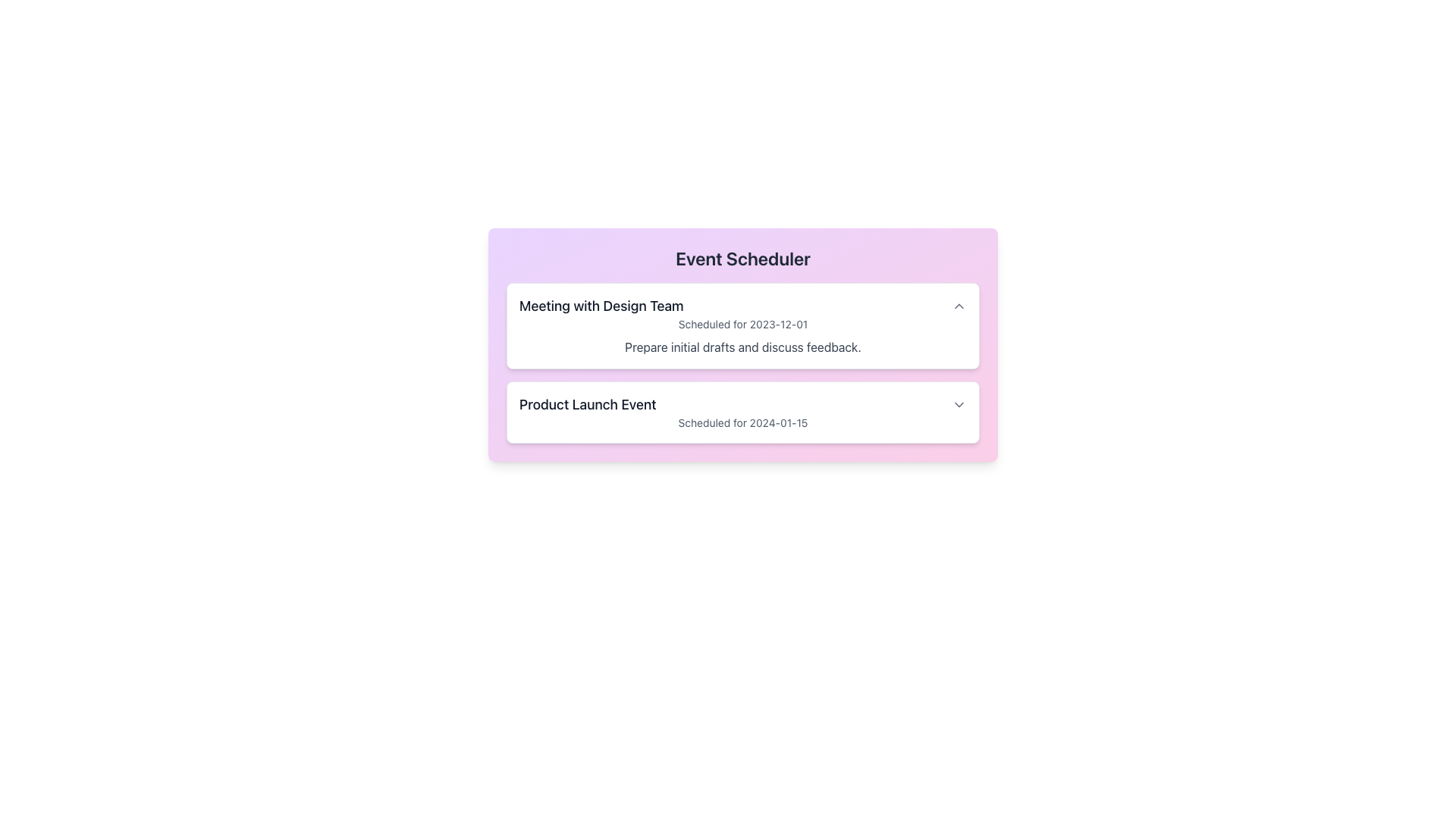 The image size is (1456, 819). Describe the element at coordinates (601, 306) in the screenshot. I see `text label that says 'Meeting with Design Team', which is prominently displayed in bold black on a light background at the top-left of the Event Scheduler interface` at that location.